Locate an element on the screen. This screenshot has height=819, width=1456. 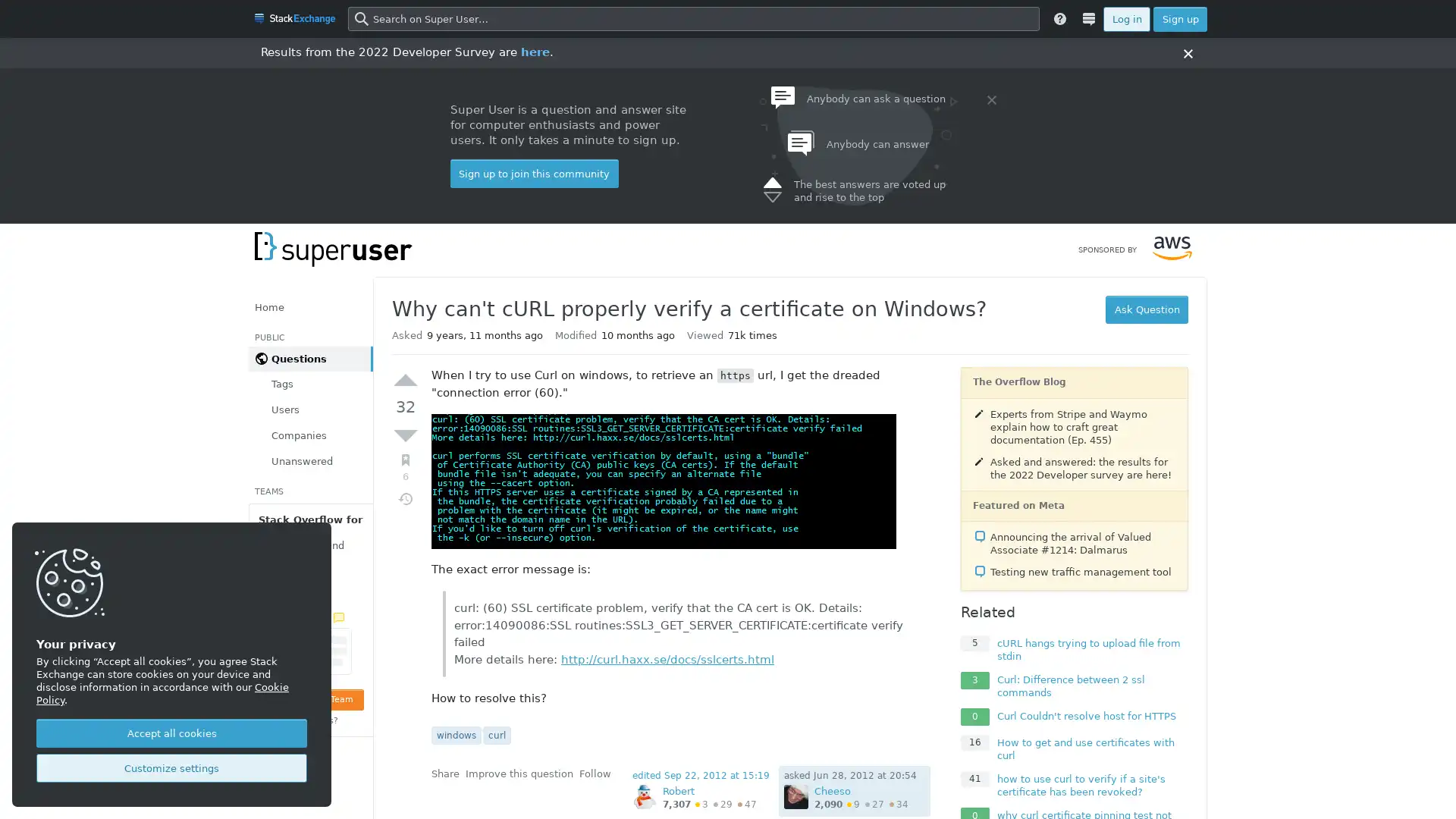
Customize settings is located at coordinates (171, 768).